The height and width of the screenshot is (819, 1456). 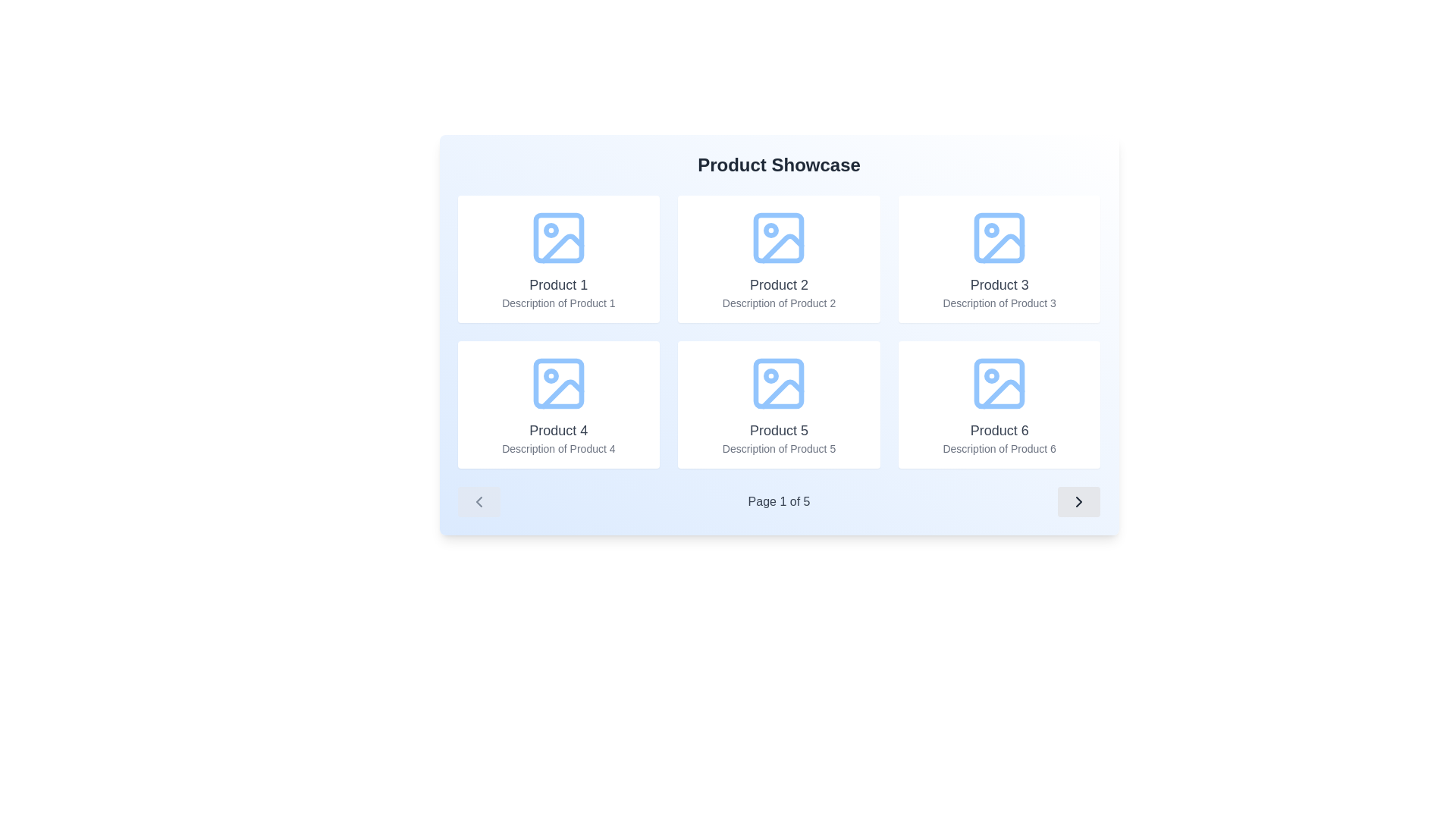 What do you see at coordinates (999, 447) in the screenshot?
I see `text content of the Text Label located at the bottom of the 'Product 6' card, which provides supplementary information about the product labeled 'Product 6'` at bounding box center [999, 447].